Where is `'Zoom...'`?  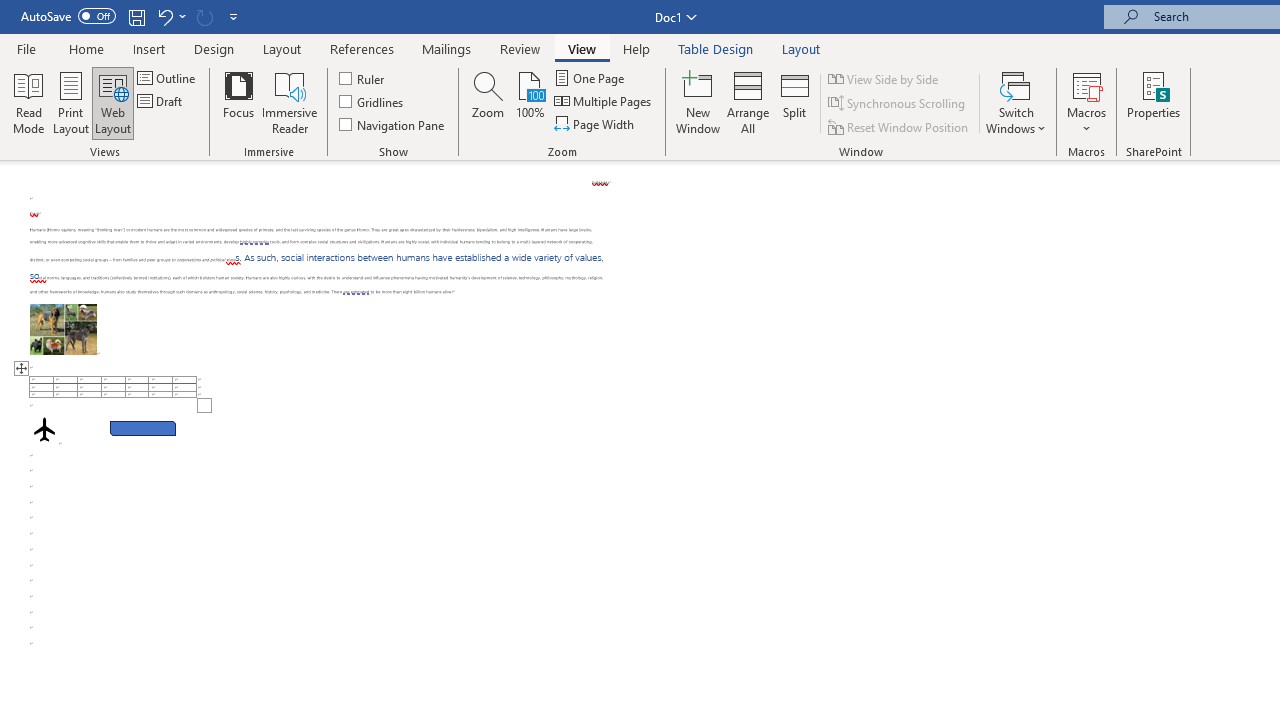
'Zoom...' is located at coordinates (488, 103).